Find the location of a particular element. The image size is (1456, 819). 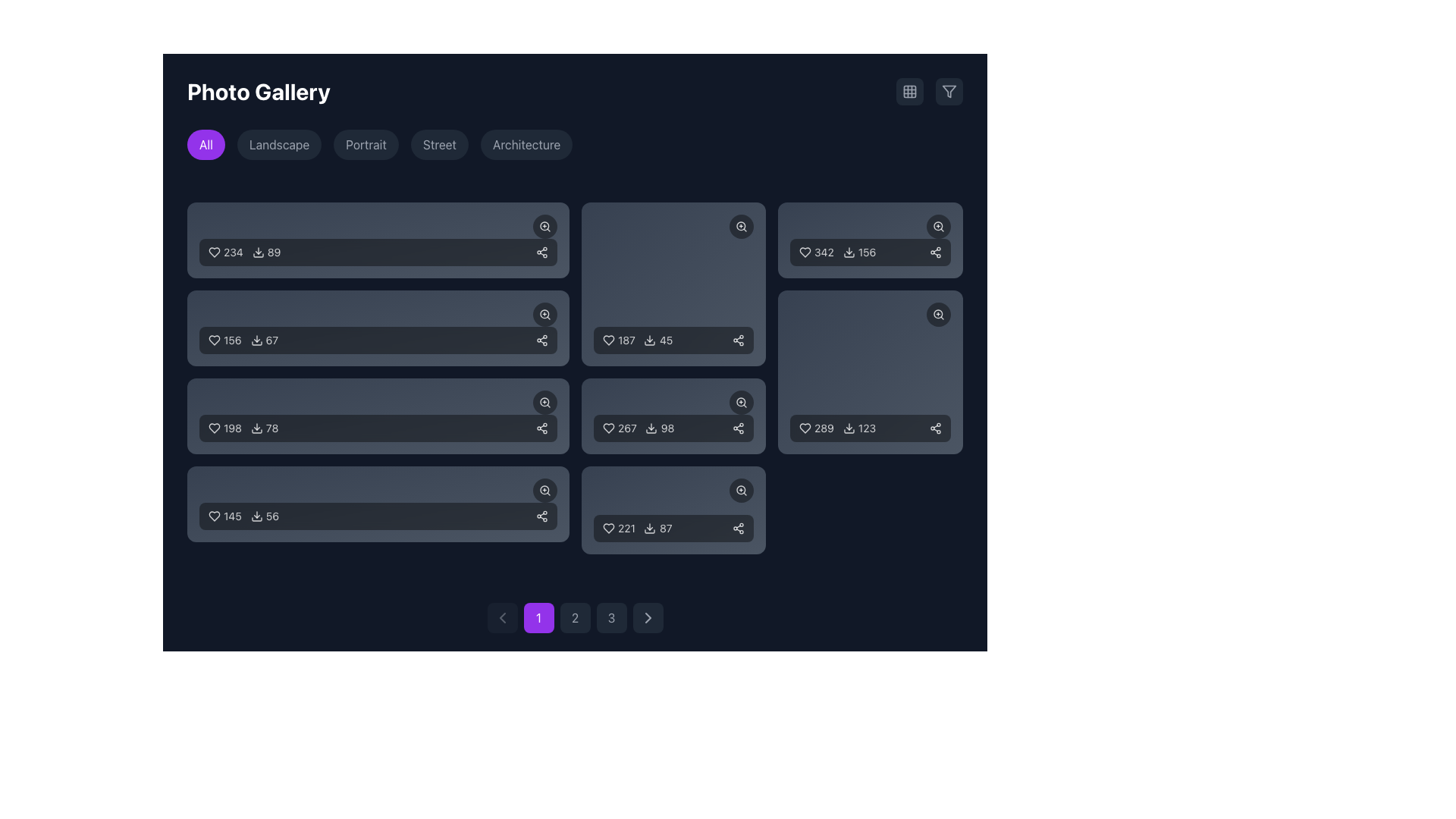

the zoom icon button located at the center-right of the card in the second row of the grid is located at coordinates (544, 314).